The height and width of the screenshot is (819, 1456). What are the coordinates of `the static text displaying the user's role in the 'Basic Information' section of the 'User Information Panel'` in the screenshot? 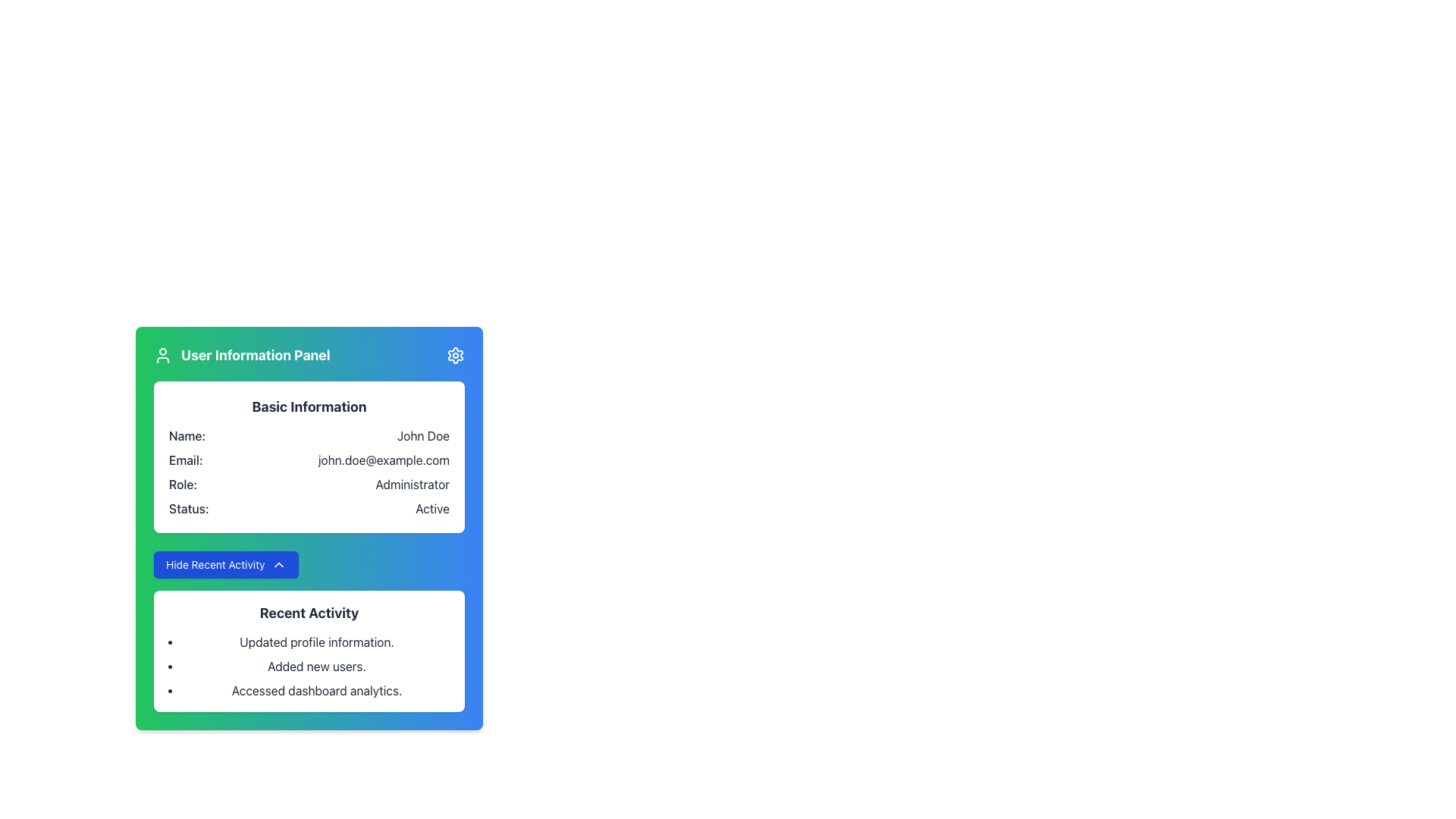 It's located at (413, 485).